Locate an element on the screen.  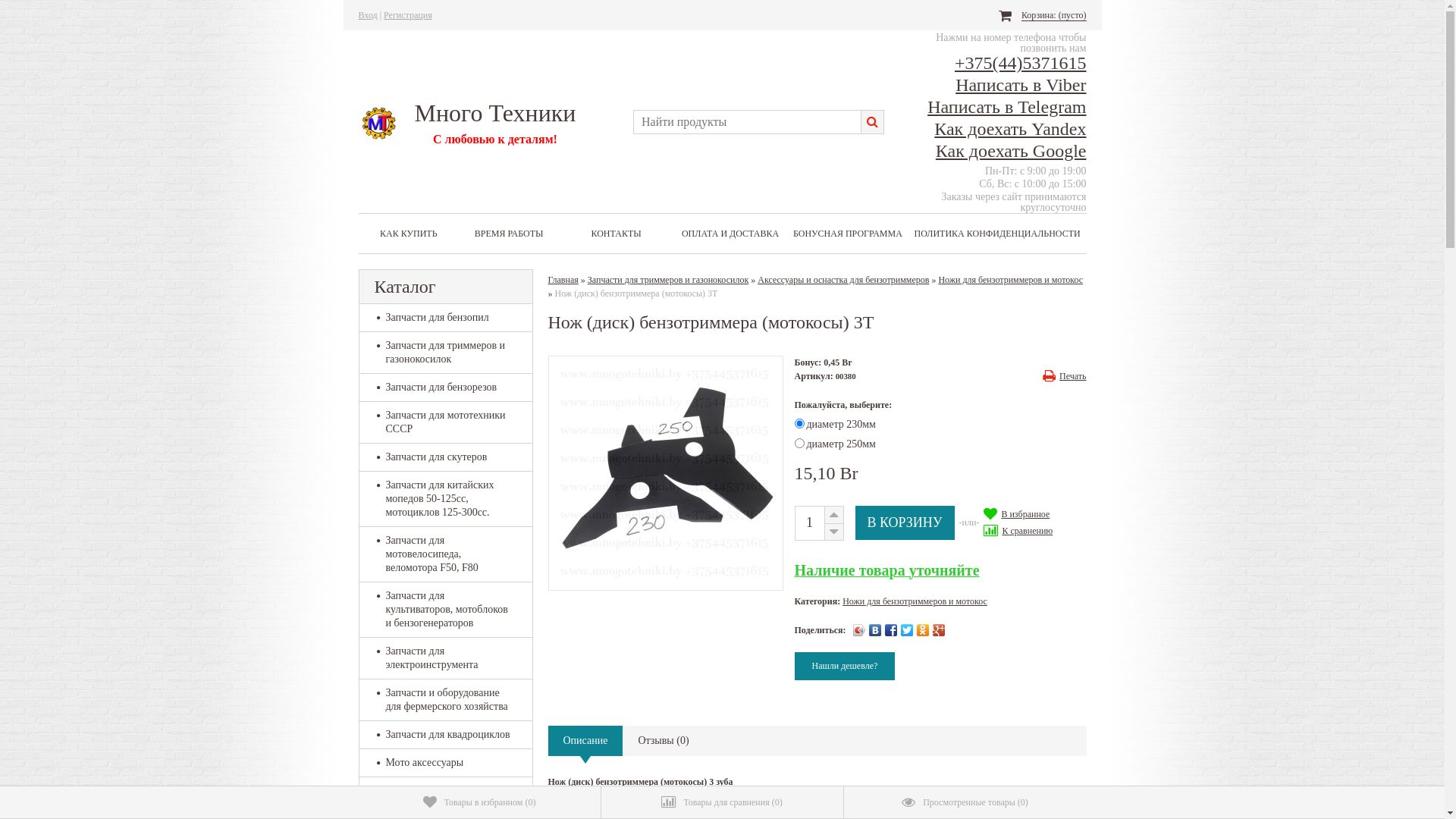
'Google Plus' is located at coordinates (938, 629).